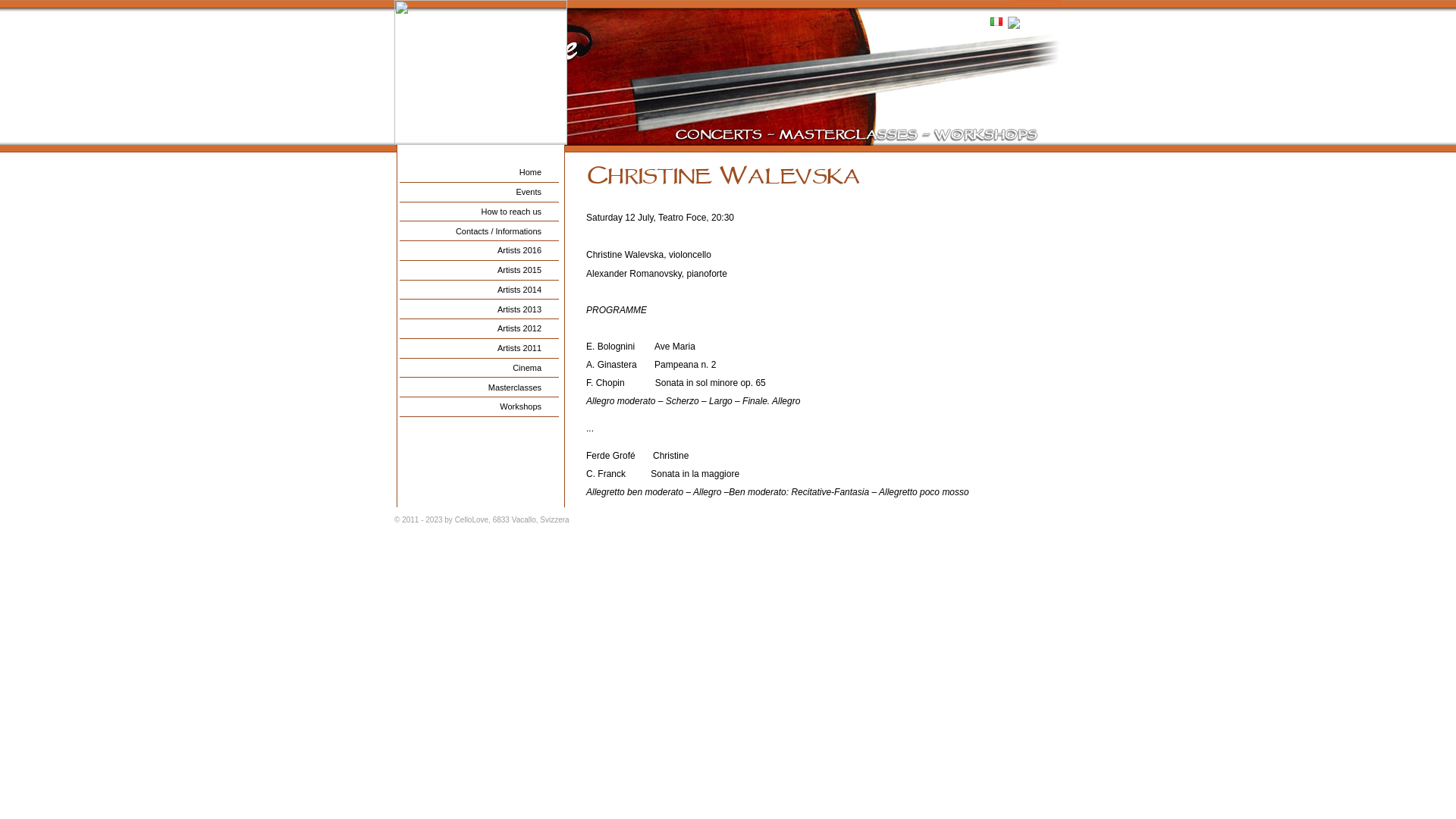  Describe the element at coordinates (479, 171) in the screenshot. I see `'Home'` at that location.